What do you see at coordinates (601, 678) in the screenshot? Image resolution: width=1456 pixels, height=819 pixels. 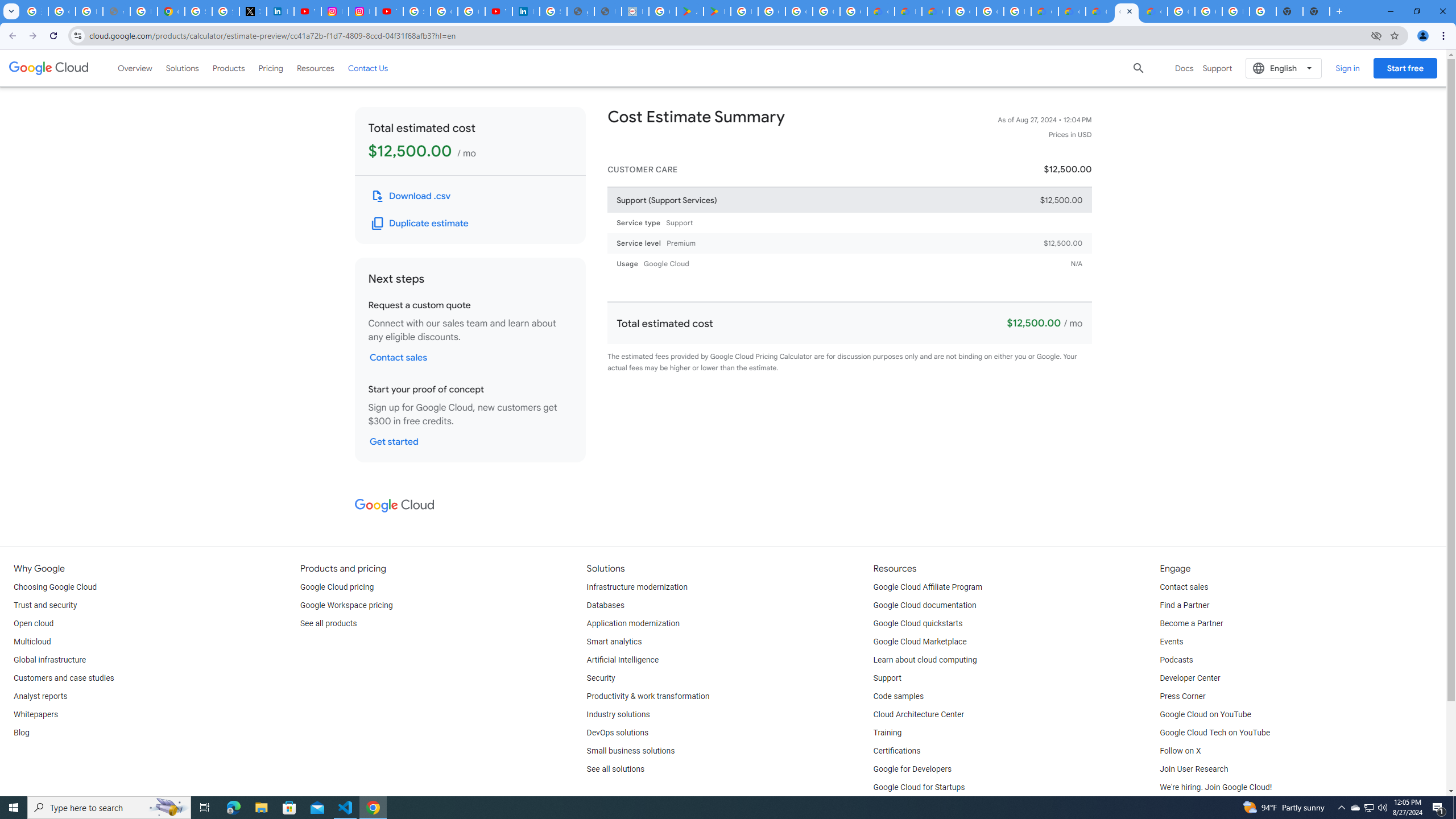 I see `'Security'` at bounding box center [601, 678].